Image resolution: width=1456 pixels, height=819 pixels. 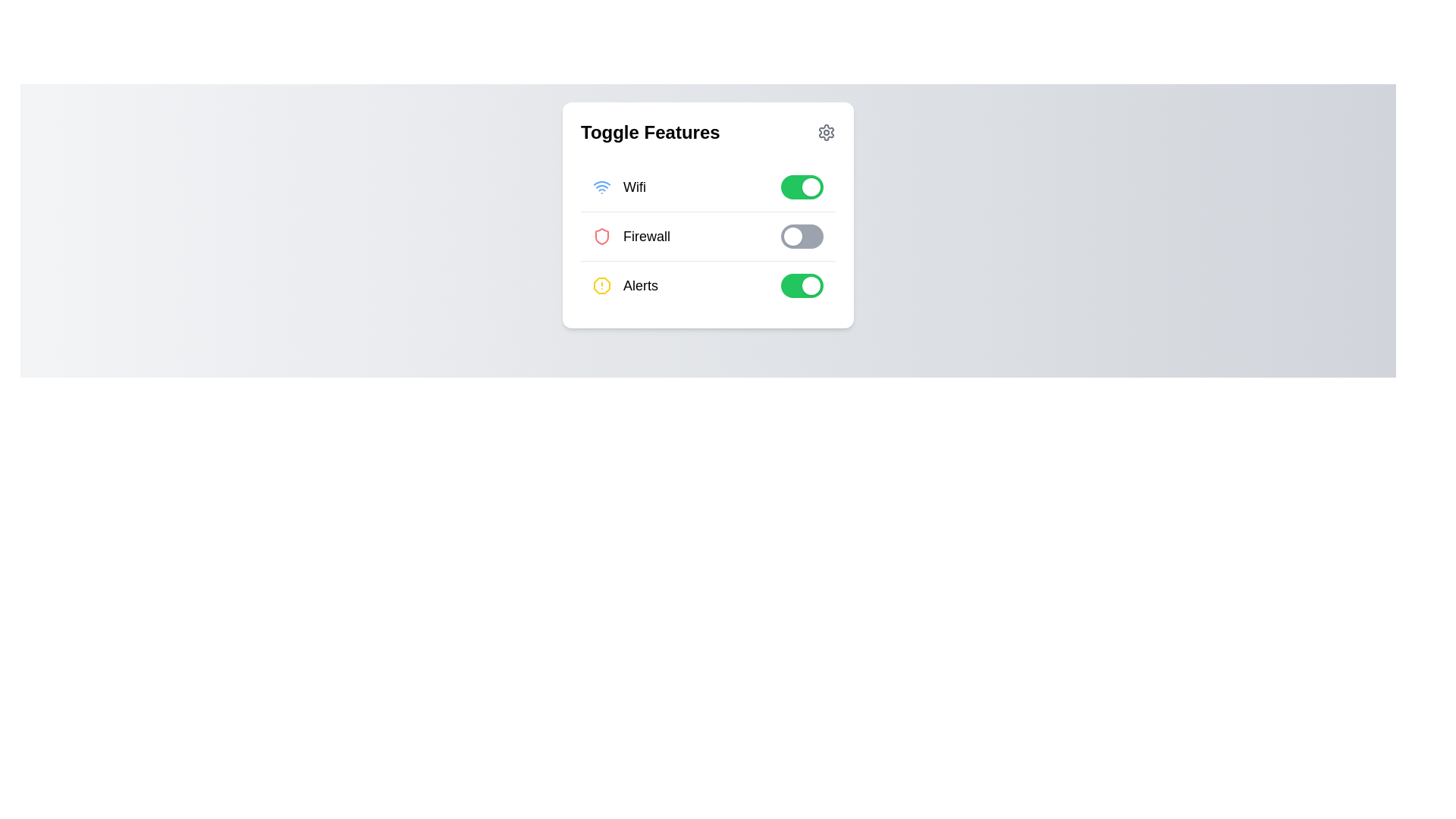 What do you see at coordinates (807, 237) in the screenshot?
I see `the draggable toggle button located in the second row labeled 'Firewall' within the 'Toggle Features' section` at bounding box center [807, 237].